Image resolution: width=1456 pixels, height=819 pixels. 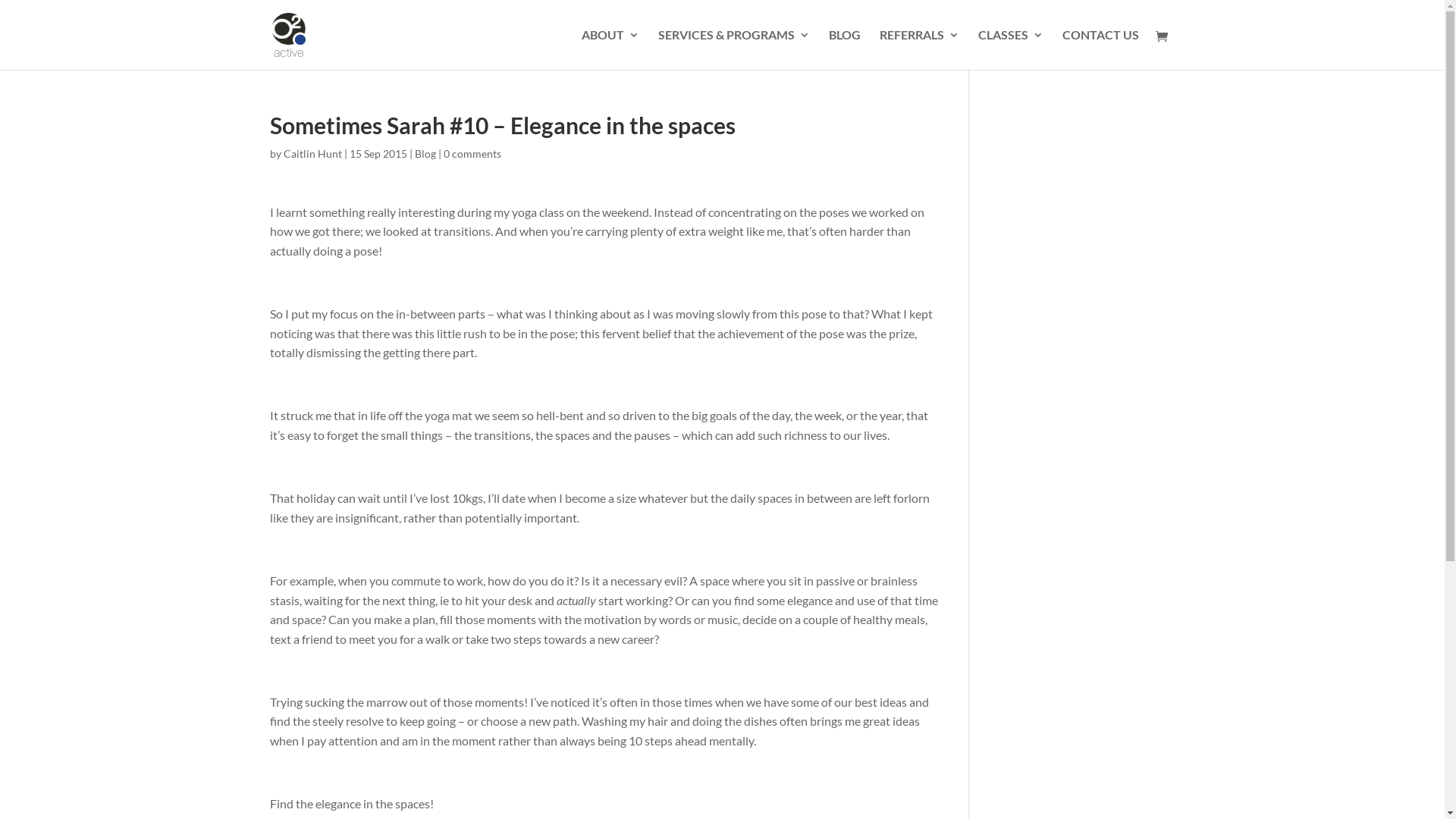 I want to click on 'Caitlin Hunt', so click(x=284, y=153).